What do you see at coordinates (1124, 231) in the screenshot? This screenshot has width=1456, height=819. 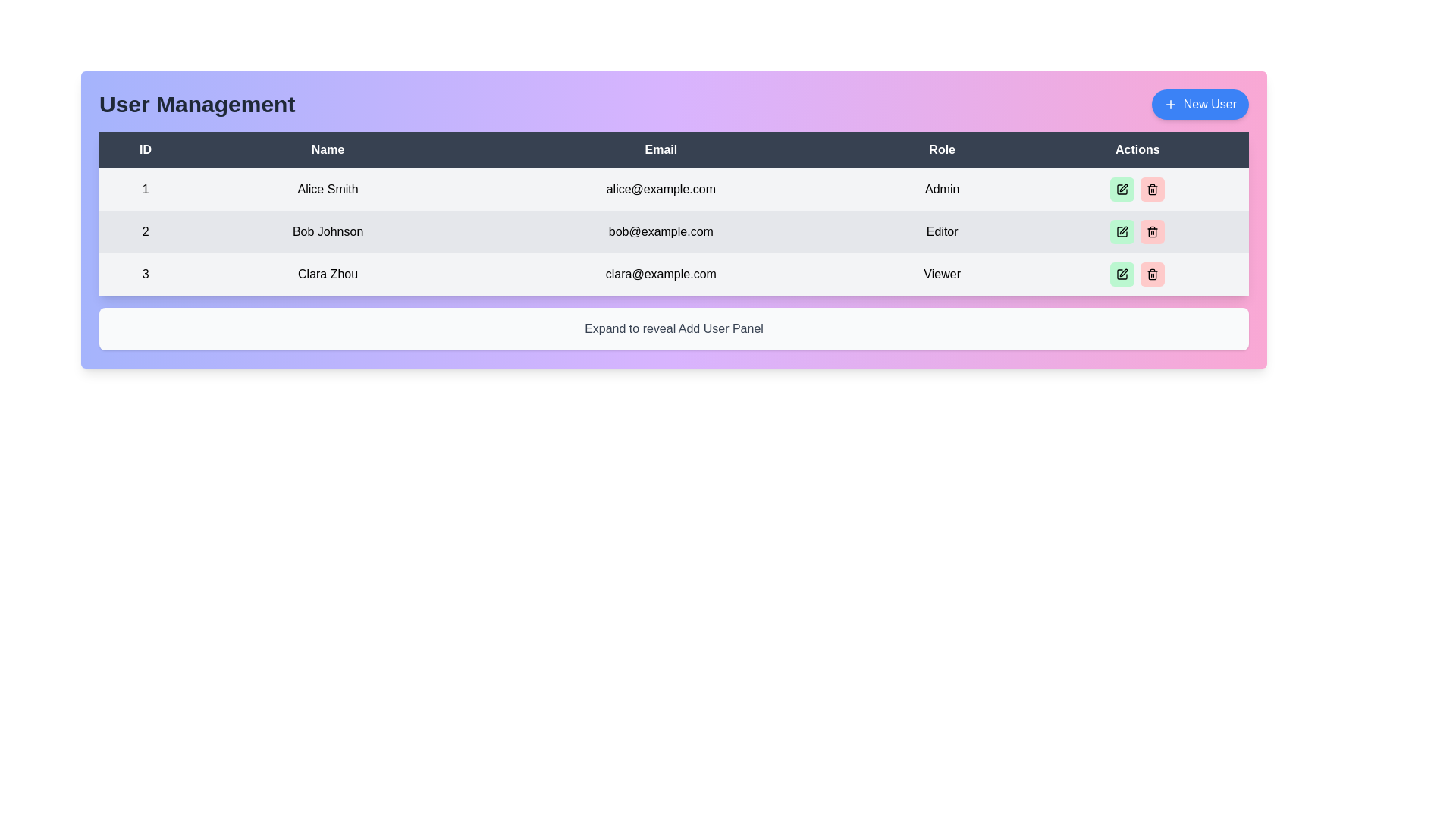 I see `the pen-shaped icon in the 'Actions' column of the second row corresponding to 'Bob Johnson'` at bounding box center [1124, 231].